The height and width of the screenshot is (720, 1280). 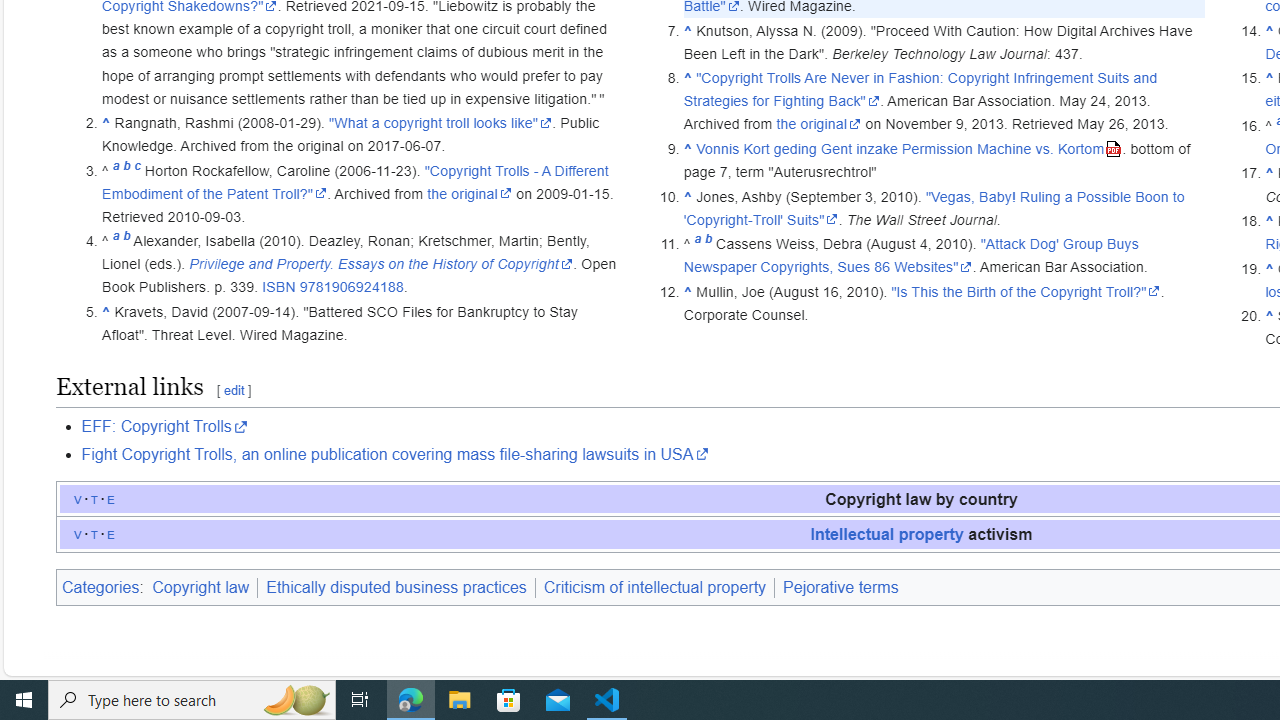 I want to click on 'Intellectual property', so click(x=886, y=532).